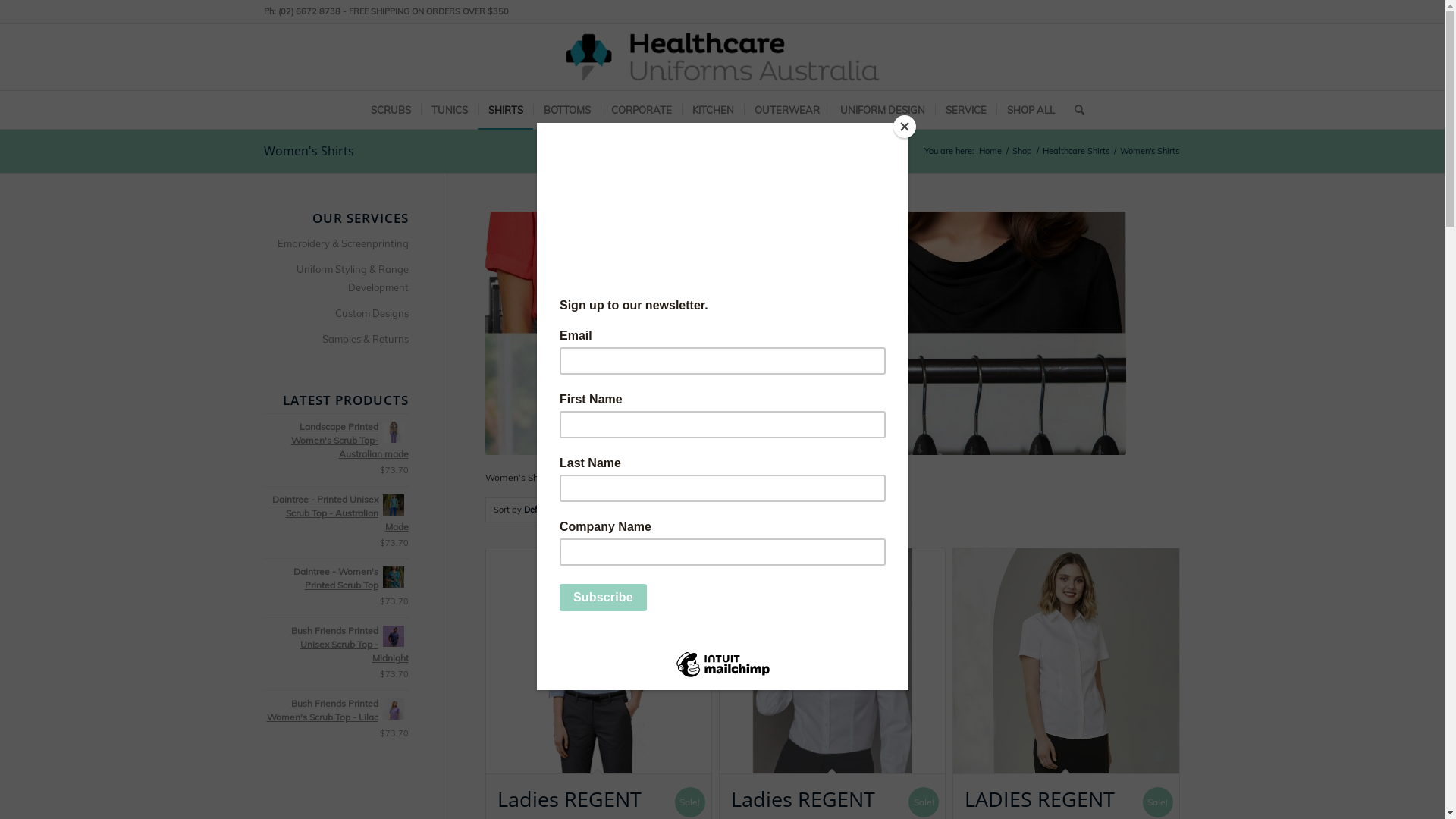 The image size is (1456, 819). I want to click on 'Uniform Styling & Range Development', so click(335, 279).